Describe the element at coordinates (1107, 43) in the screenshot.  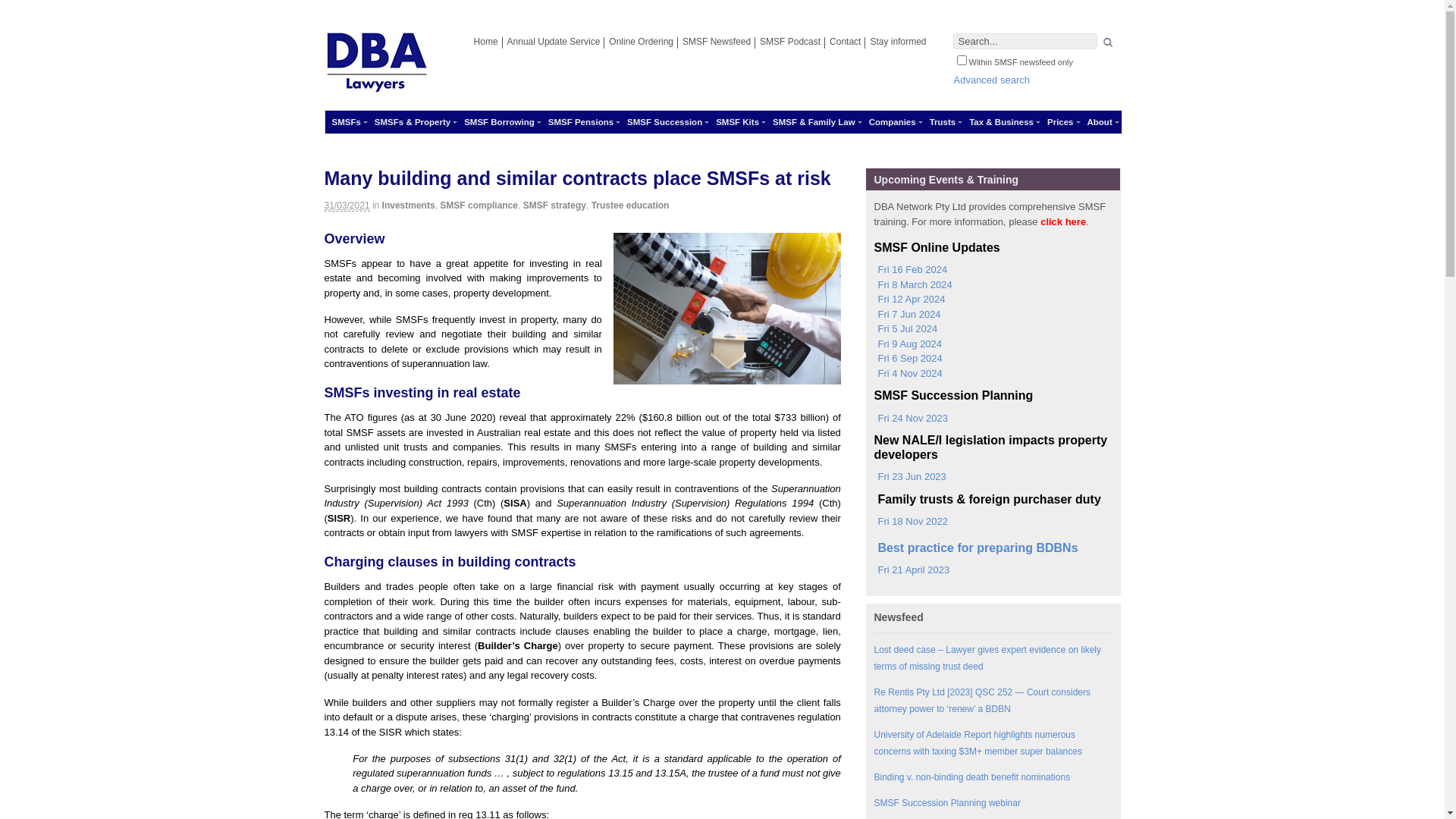
I see `'Search'` at that location.